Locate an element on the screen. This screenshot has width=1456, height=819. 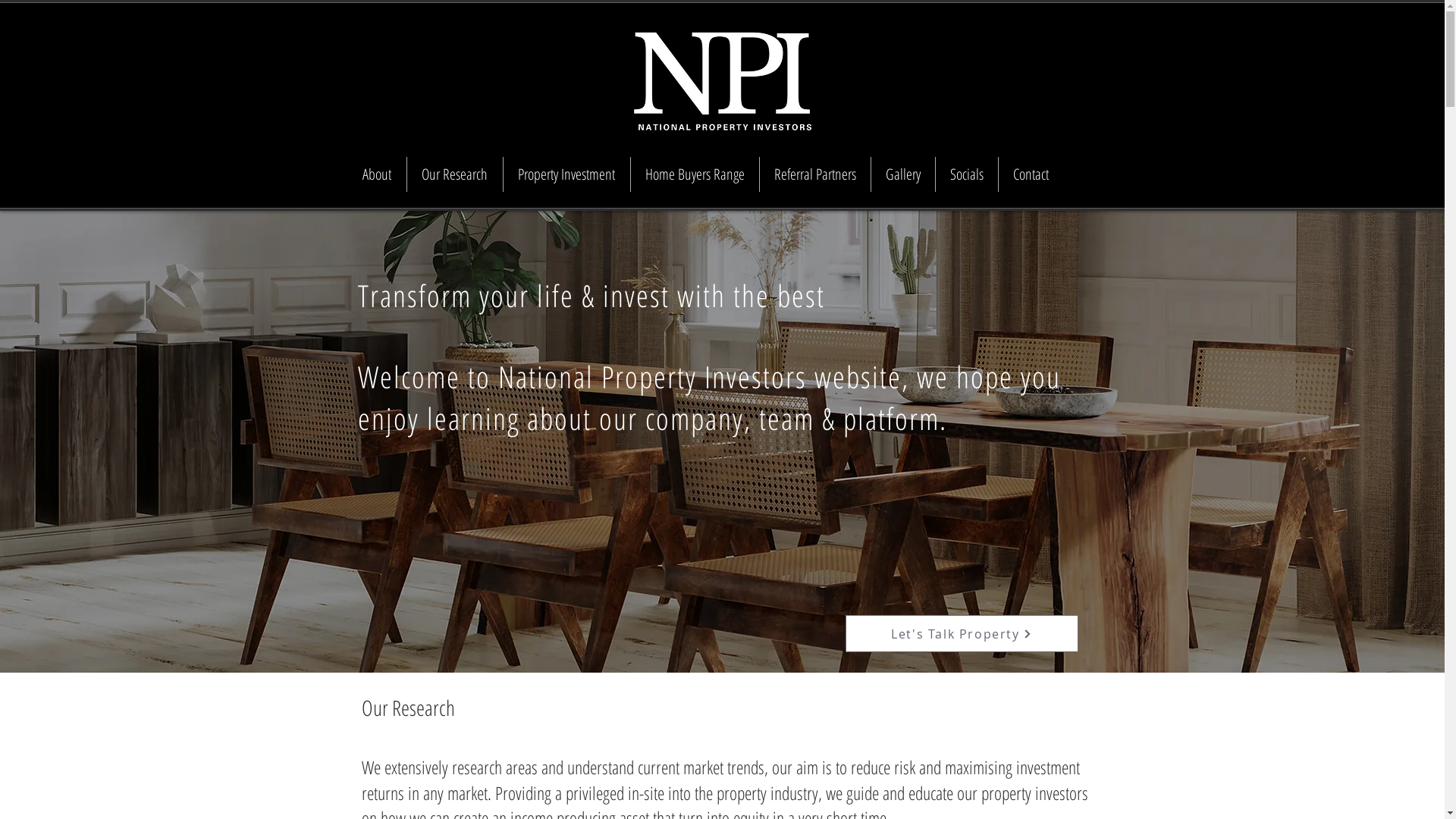
'Home Buyers Range' is located at coordinates (693, 174).